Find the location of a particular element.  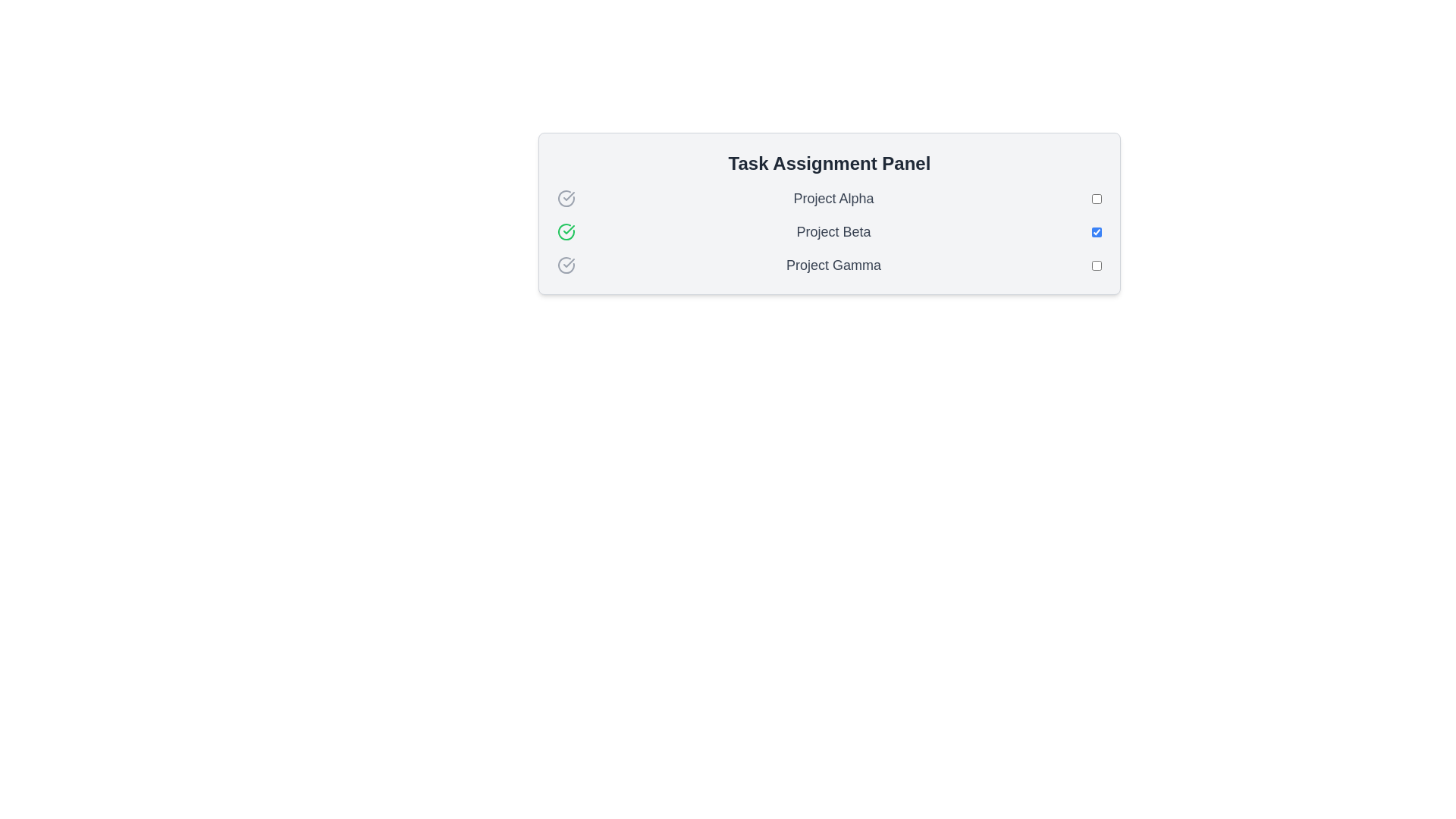

the SVG component that is part of an icon shaped like a partially drawn circle, positioned to the left of the text 'Project Beta' within the task list interface is located at coordinates (566, 265).